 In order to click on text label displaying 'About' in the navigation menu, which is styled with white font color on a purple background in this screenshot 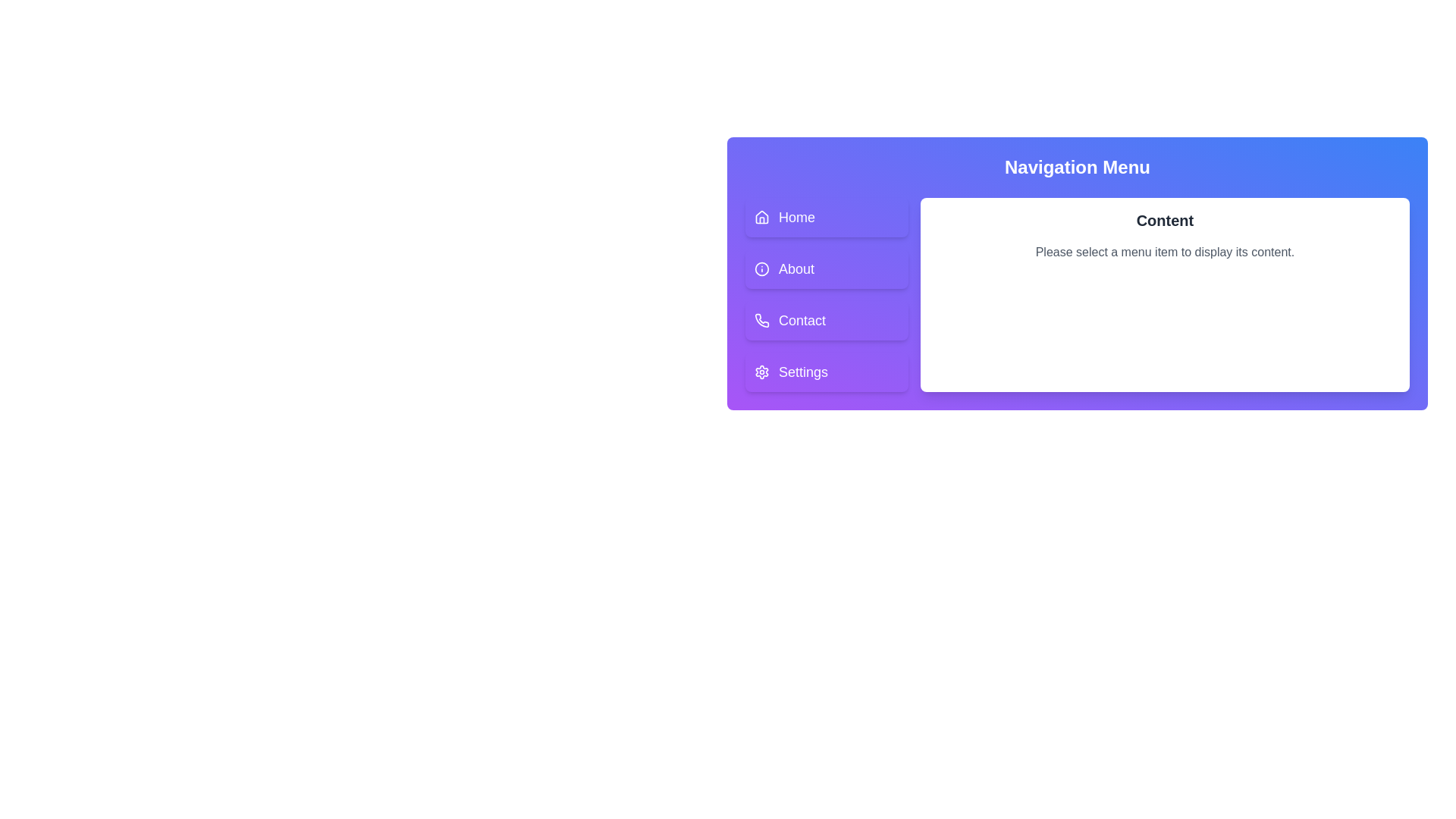, I will do `click(795, 268)`.